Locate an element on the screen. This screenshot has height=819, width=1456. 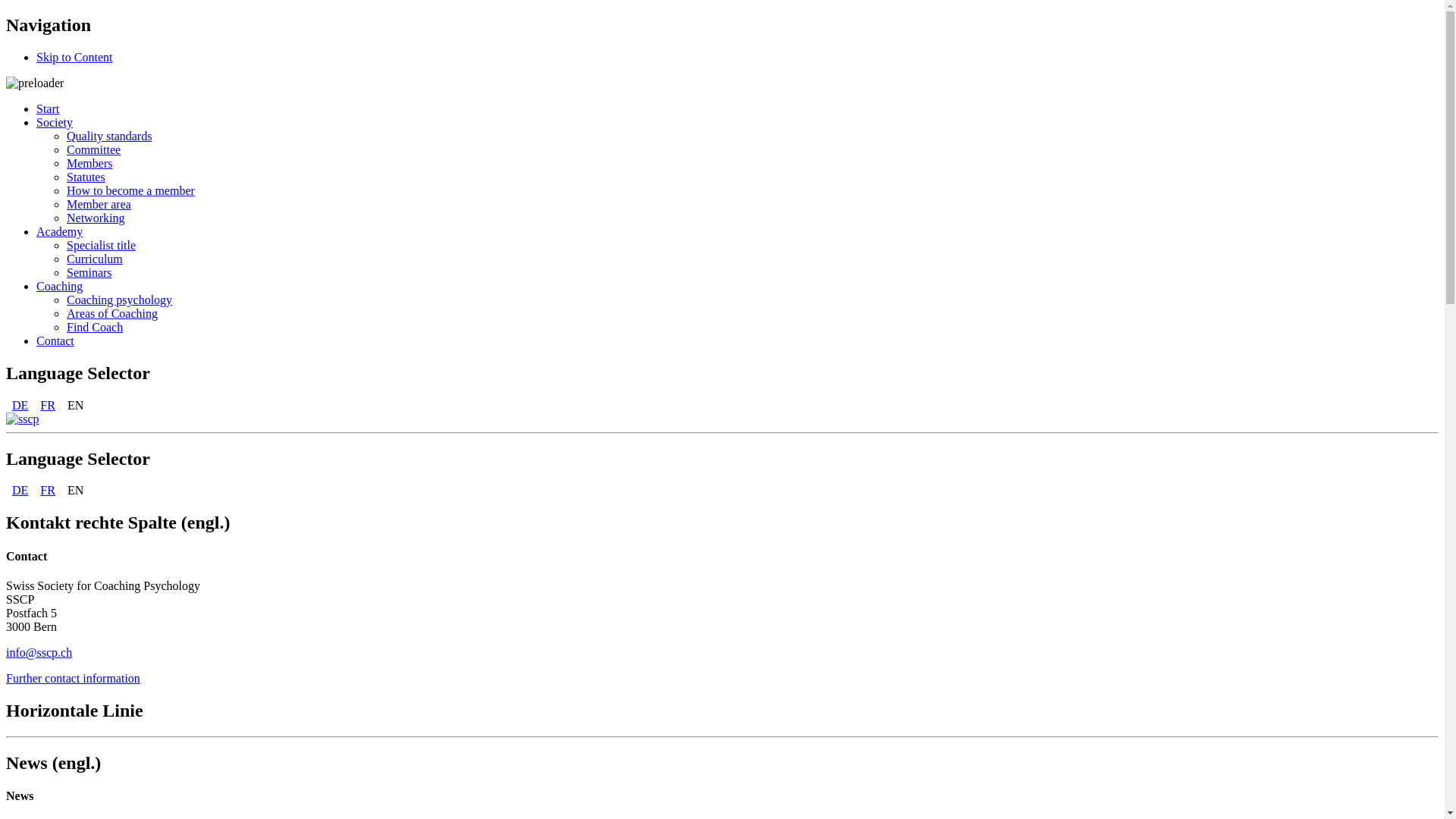
'Members' is located at coordinates (89, 163).